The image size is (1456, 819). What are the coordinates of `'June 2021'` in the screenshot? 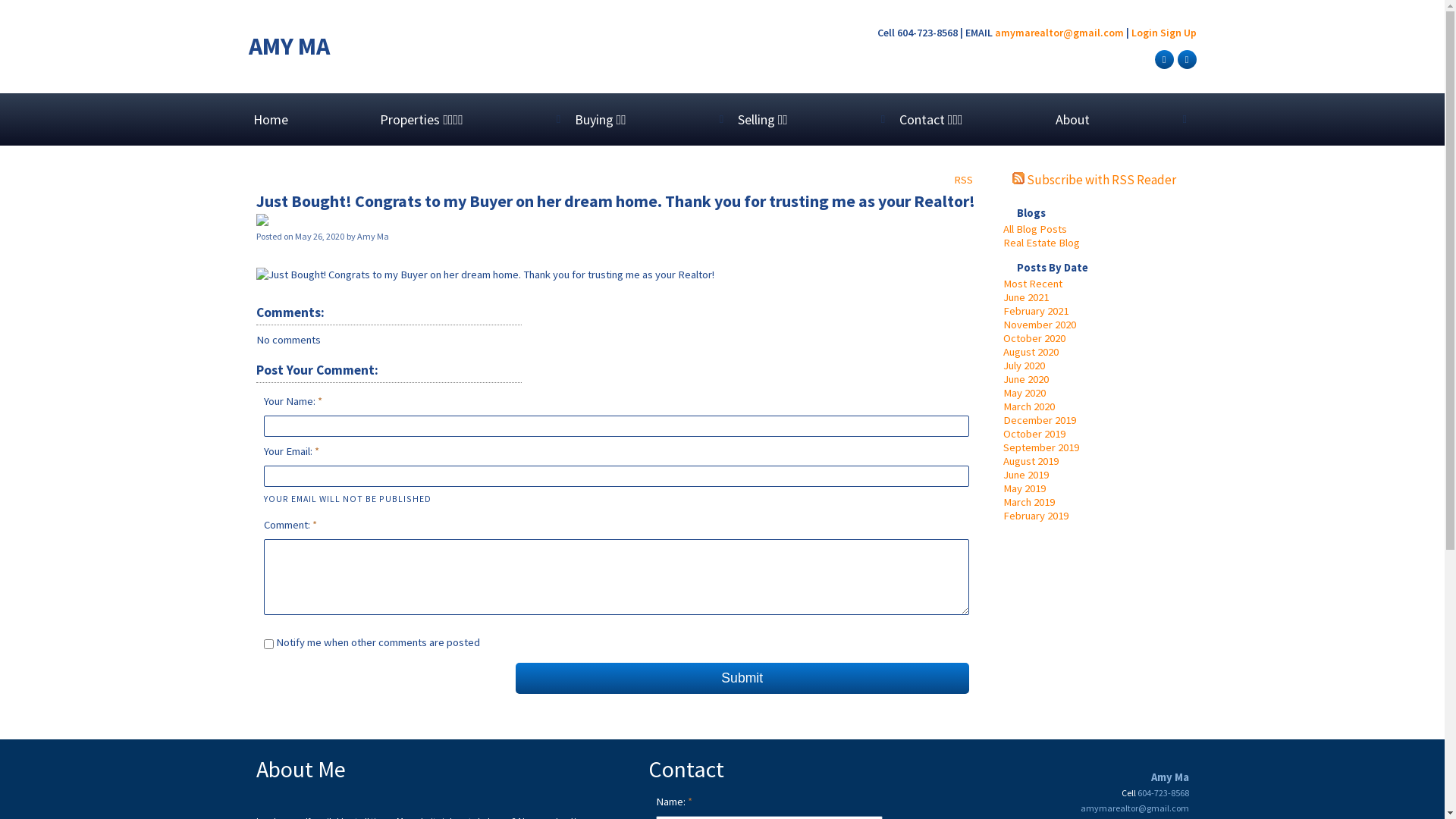 It's located at (1025, 297).